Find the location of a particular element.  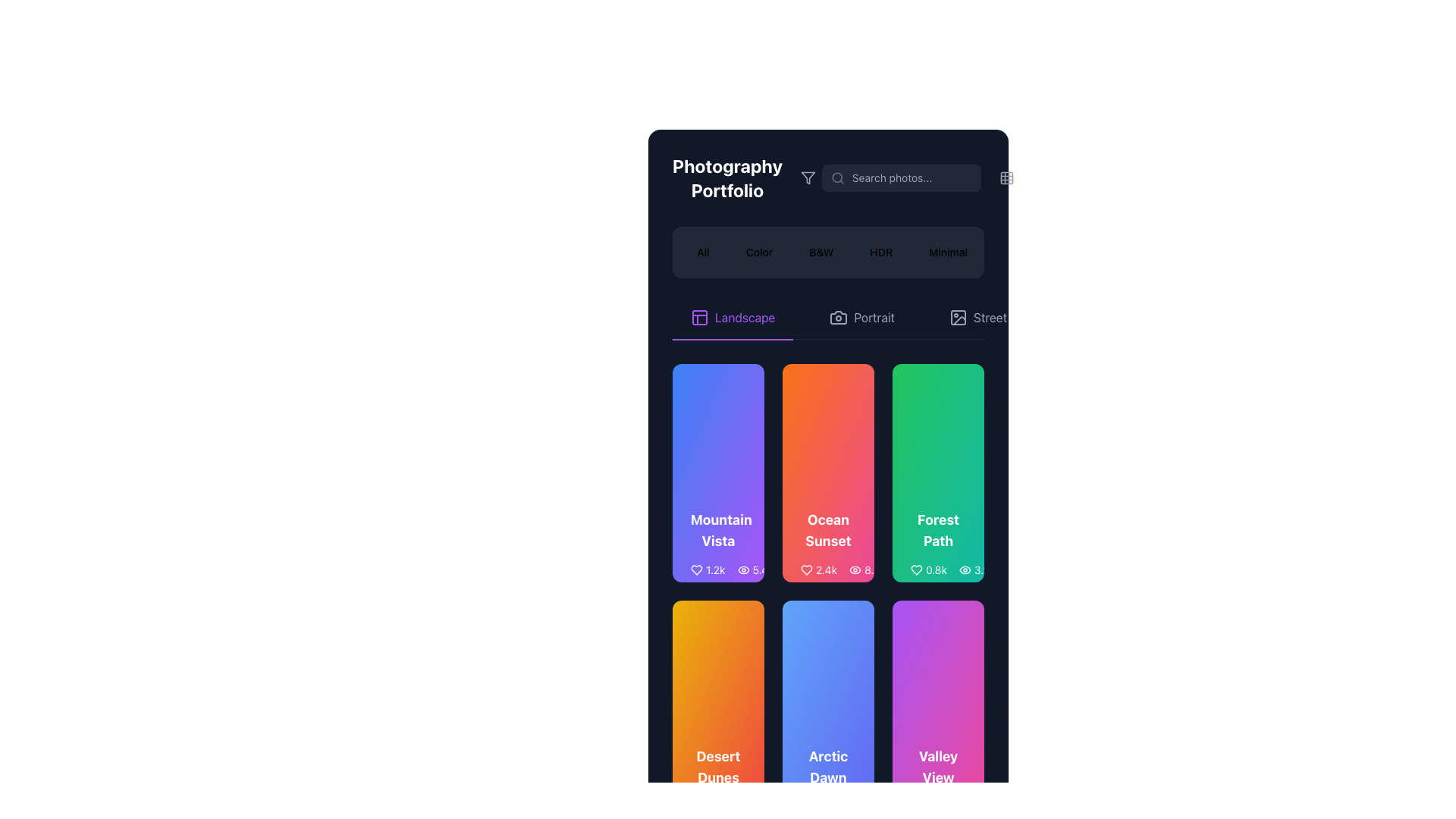

the text label positioned in the bottom-left of the visible section, which serves as a title or label for the associated content is located at coordinates (717, 767).